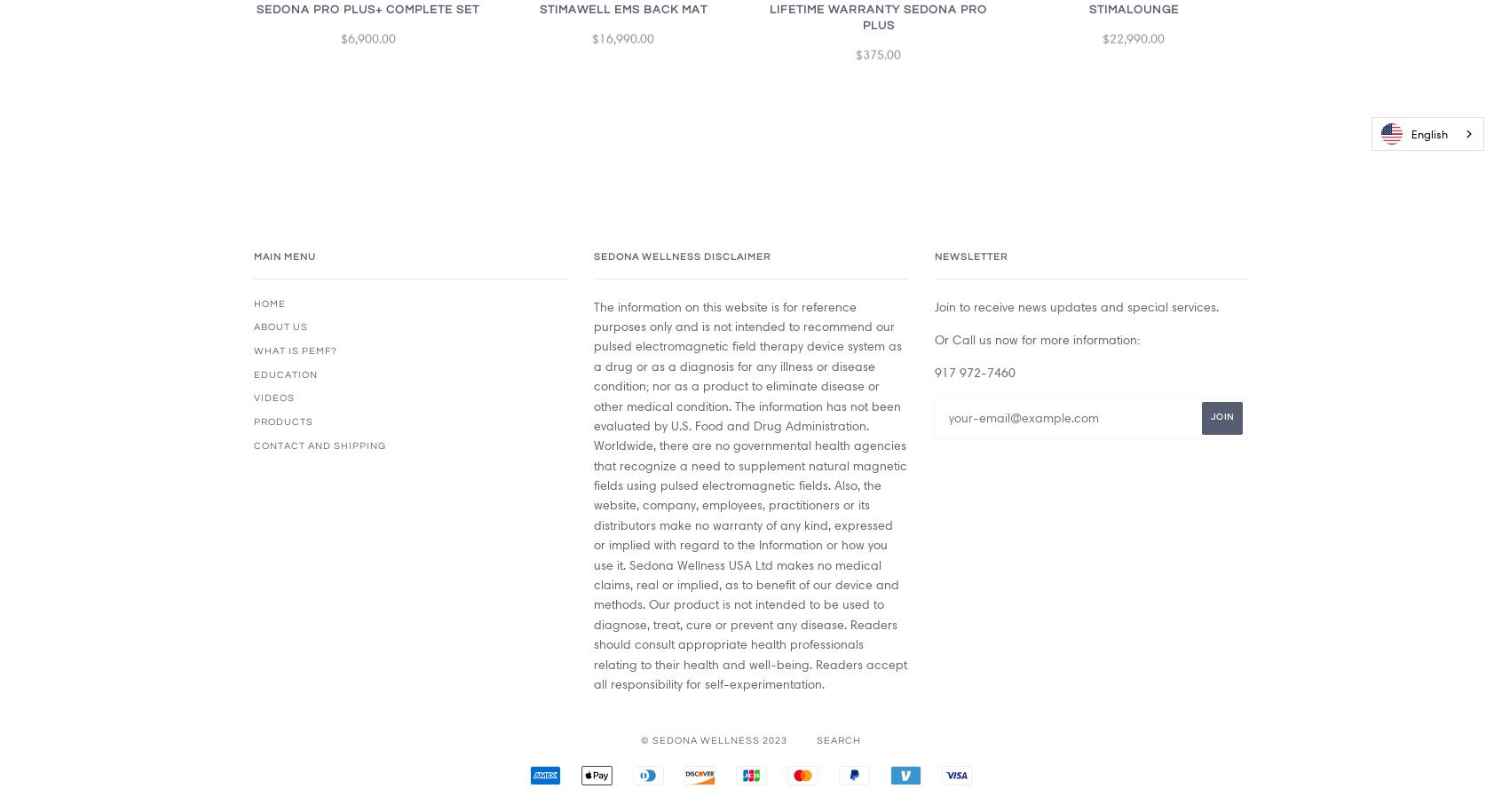 Image resolution: width=1502 pixels, height=812 pixels. I want to click on 'SEDONA Wellness Disclaimer', so click(681, 255).